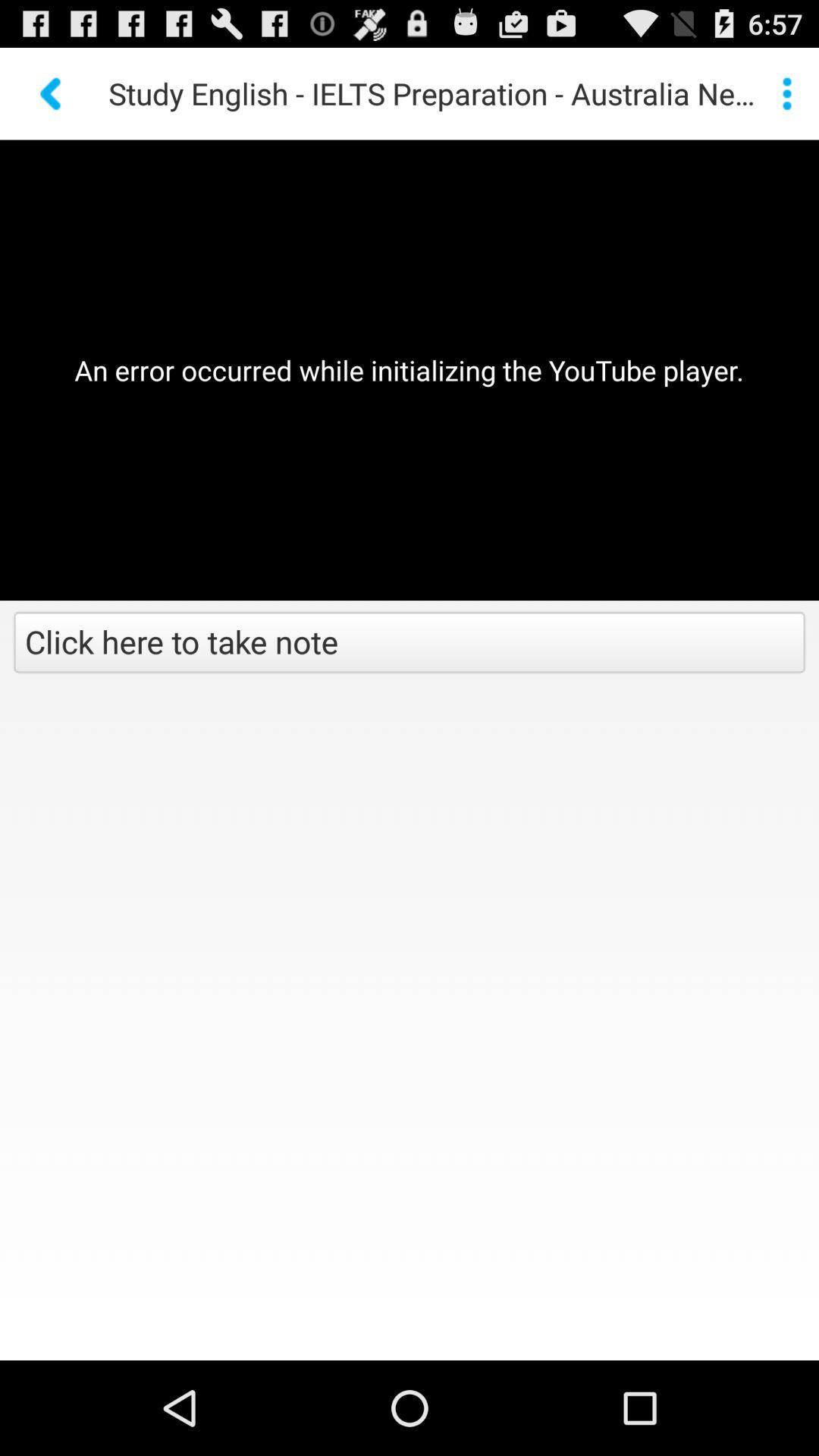 The height and width of the screenshot is (1456, 819). Describe the element at coordinates (52, 93) in the screenshot. I see `the icon above the an error occurred app` at that location.